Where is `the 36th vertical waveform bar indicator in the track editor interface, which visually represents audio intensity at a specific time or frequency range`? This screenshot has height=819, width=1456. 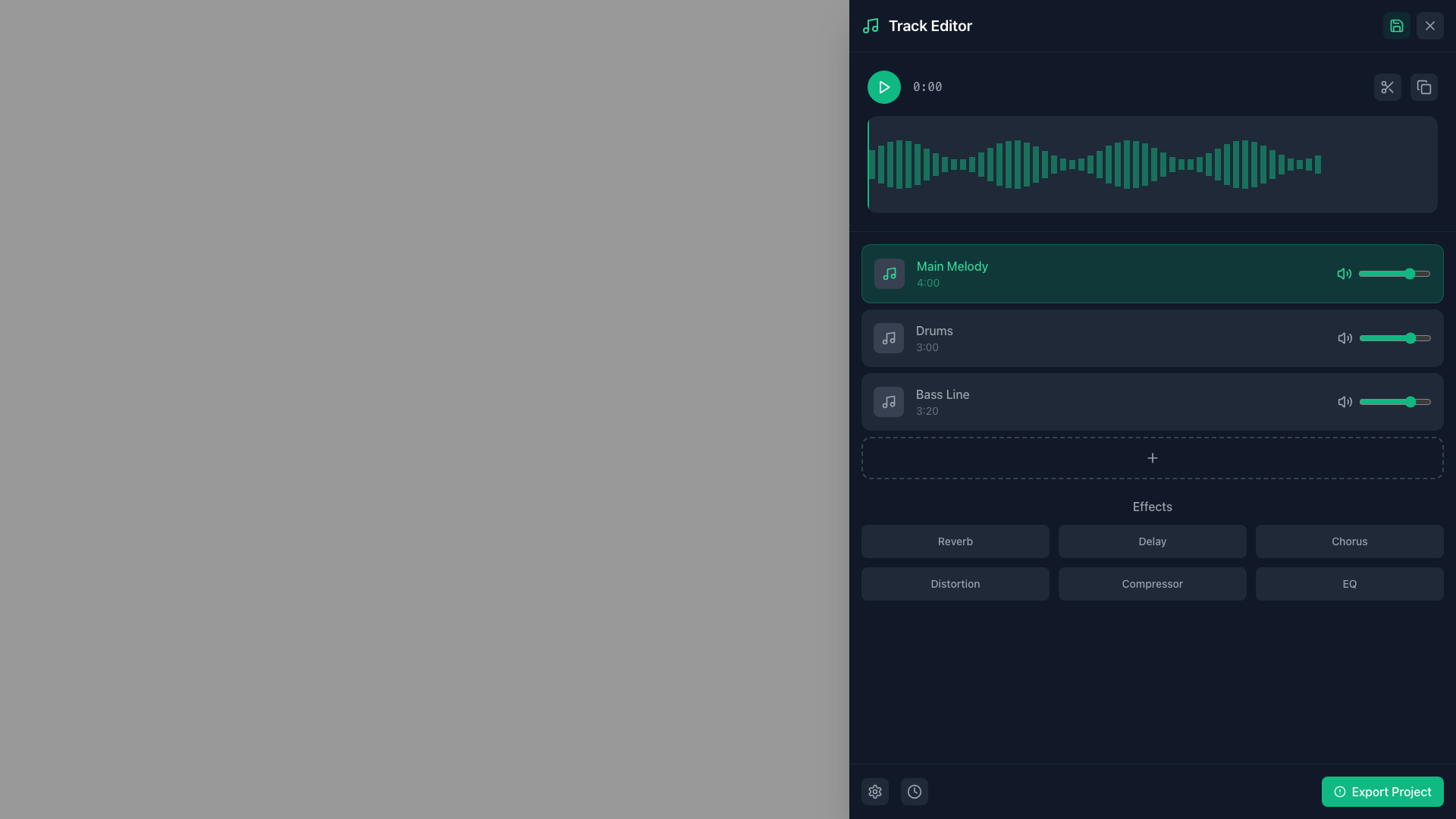 the 36th vertical waveform bar indicator in the track editor interface, which visually represents audio intensity at a specific time or frequency range is located at coordinates (1226, 164).